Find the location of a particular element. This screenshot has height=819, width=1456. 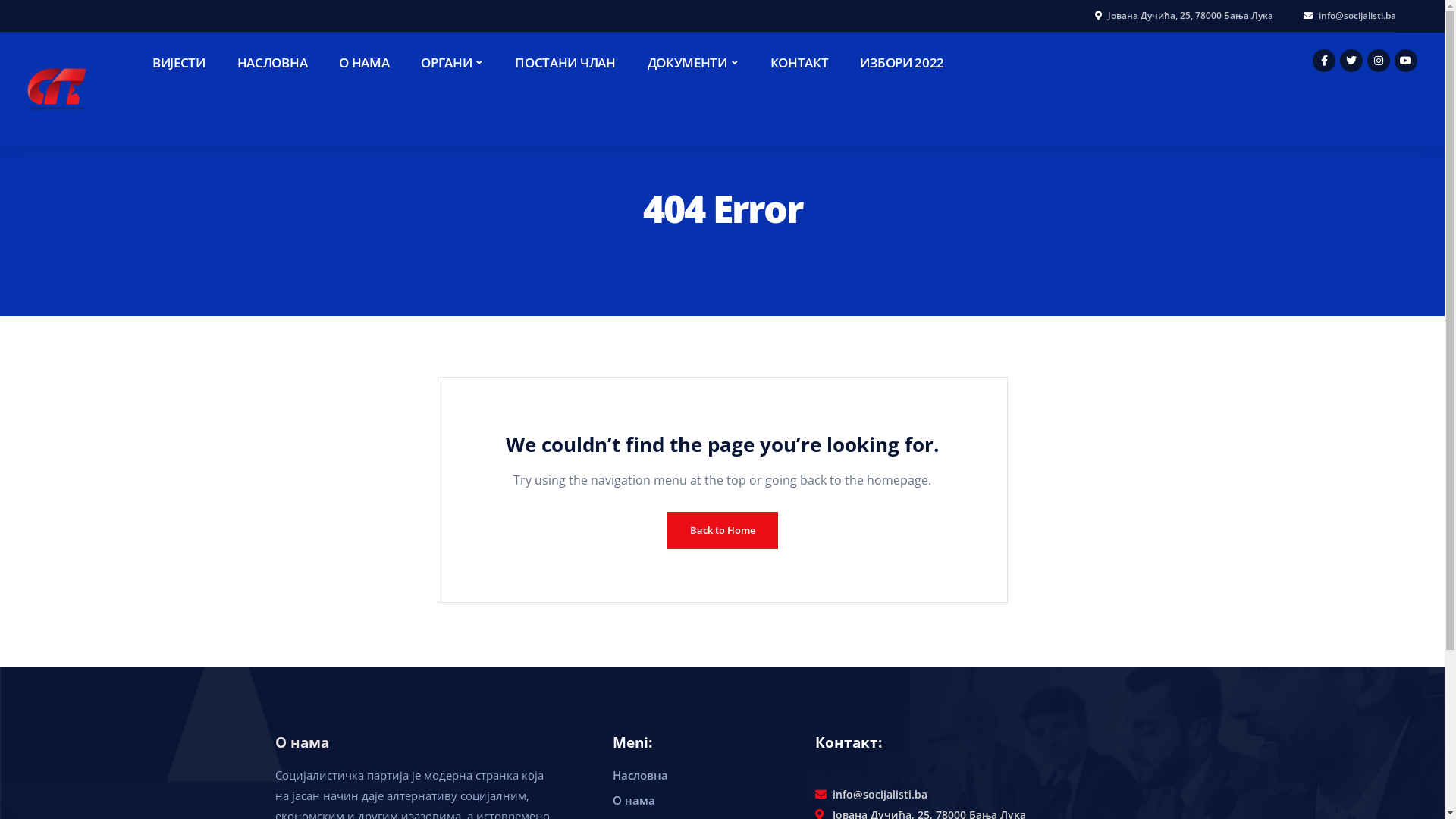

'Facebook' is located at coordinates (1323, 60).